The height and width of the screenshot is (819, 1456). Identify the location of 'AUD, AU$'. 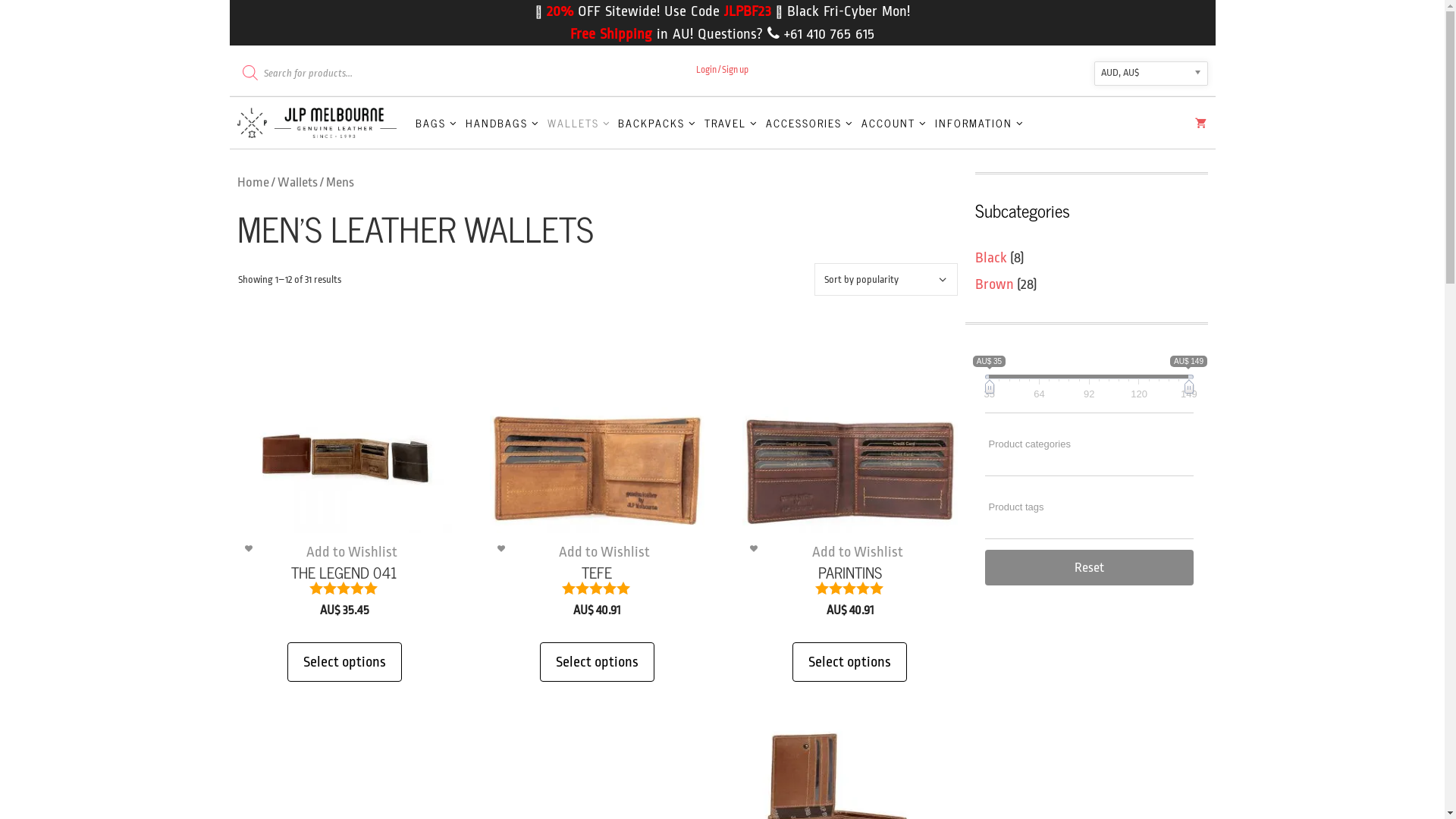
(1150, 73).